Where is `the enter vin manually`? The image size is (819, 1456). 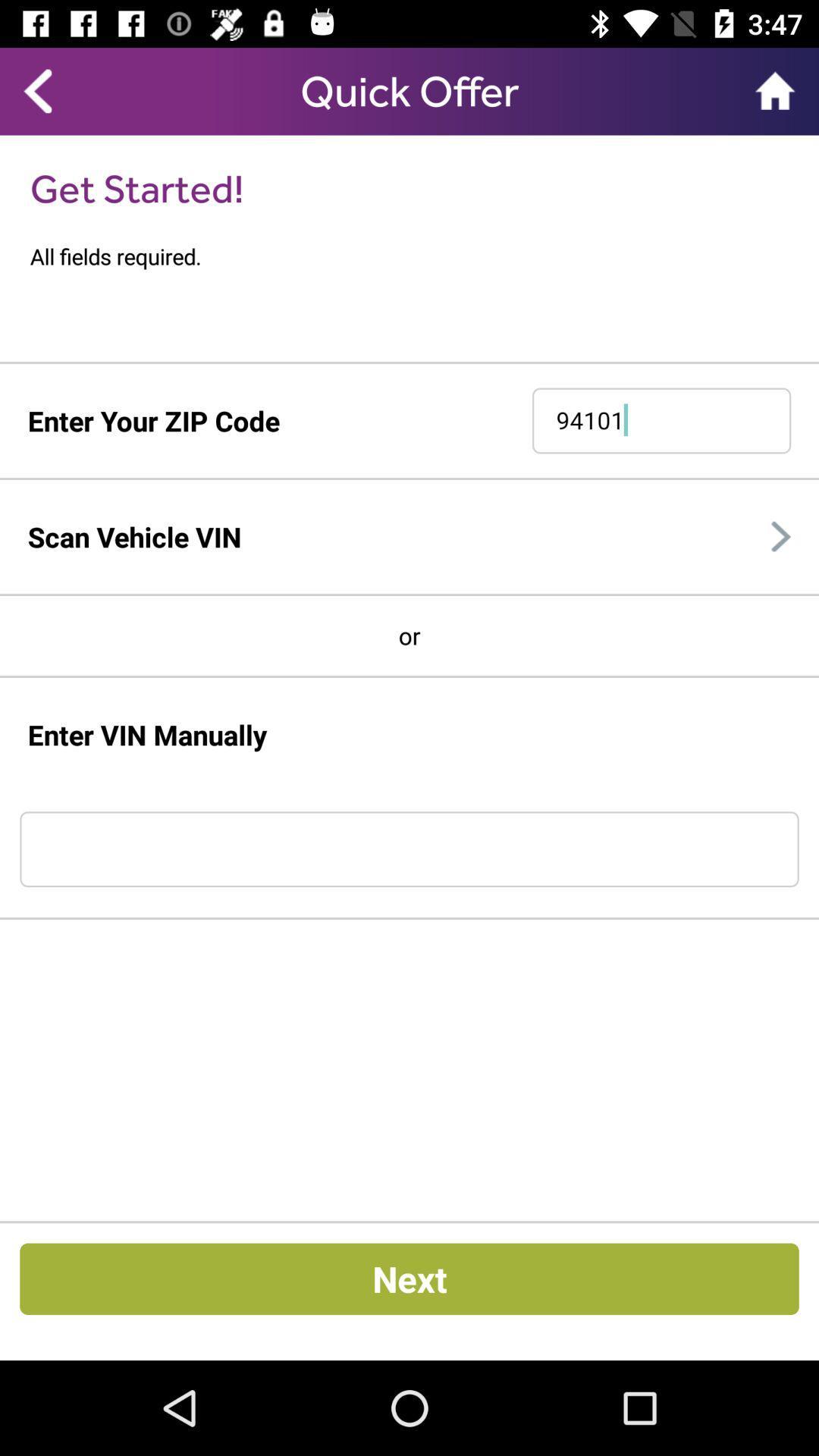
the enter vin manually is located at coordinates (147, 735).